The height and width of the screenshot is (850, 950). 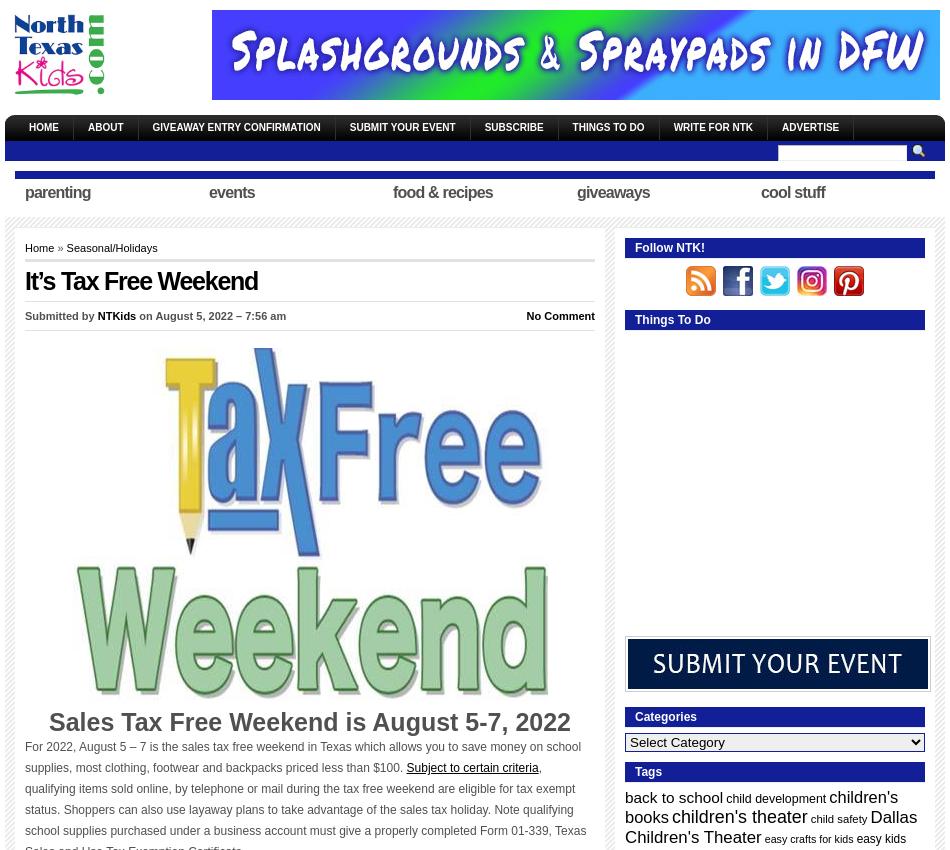 I want to click on 'No Comment', so click(x=526, y=316).